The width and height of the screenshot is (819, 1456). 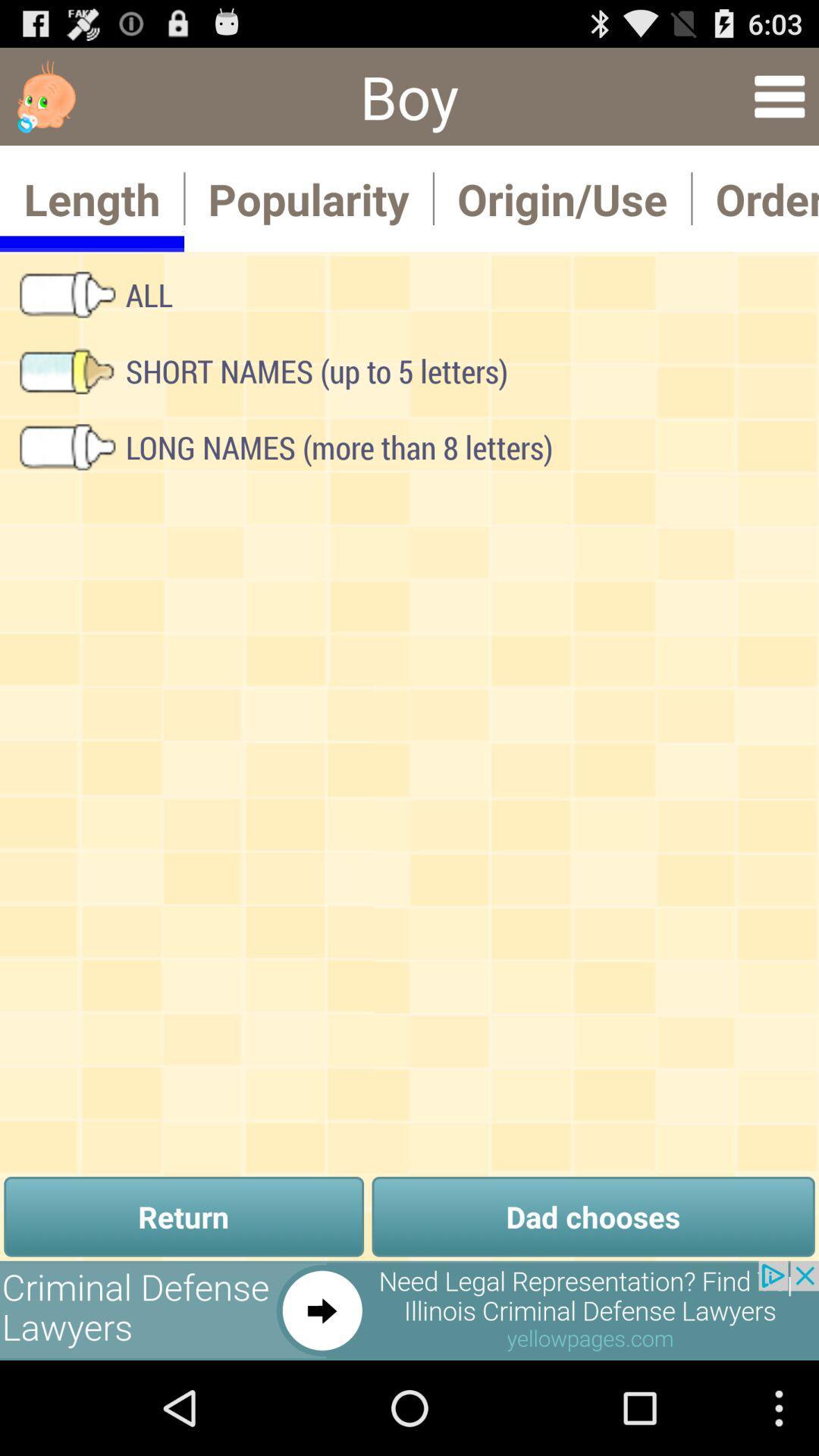 What do you see at coordinates (780, 102) in the screenshot?
I see `the menu icon` at bounding box center [780, 102].